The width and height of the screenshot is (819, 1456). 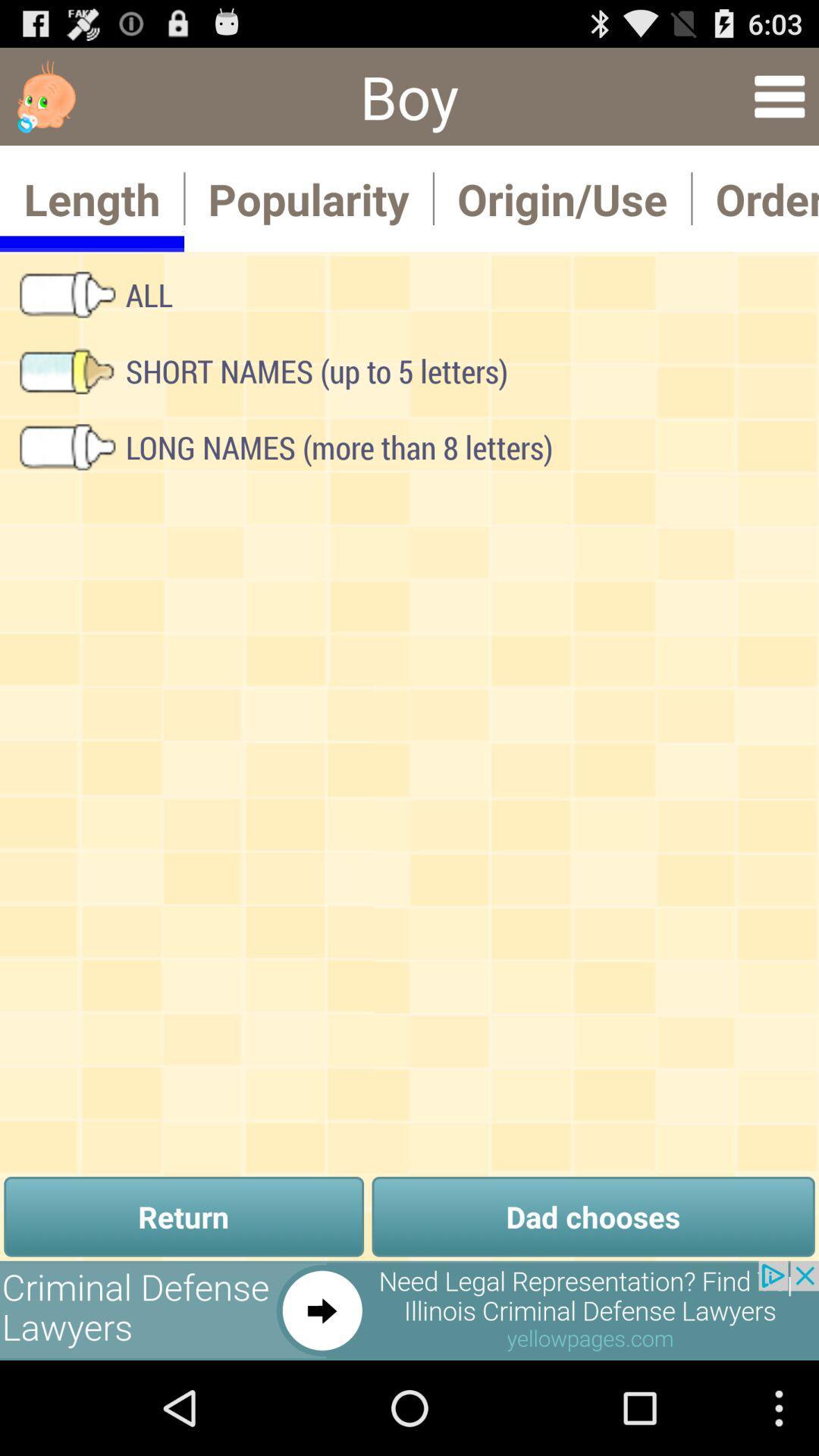 What do you see at coordinates (780, 102) in the screenshot?
I see `the menu icon` at bounding box center [780, 102].